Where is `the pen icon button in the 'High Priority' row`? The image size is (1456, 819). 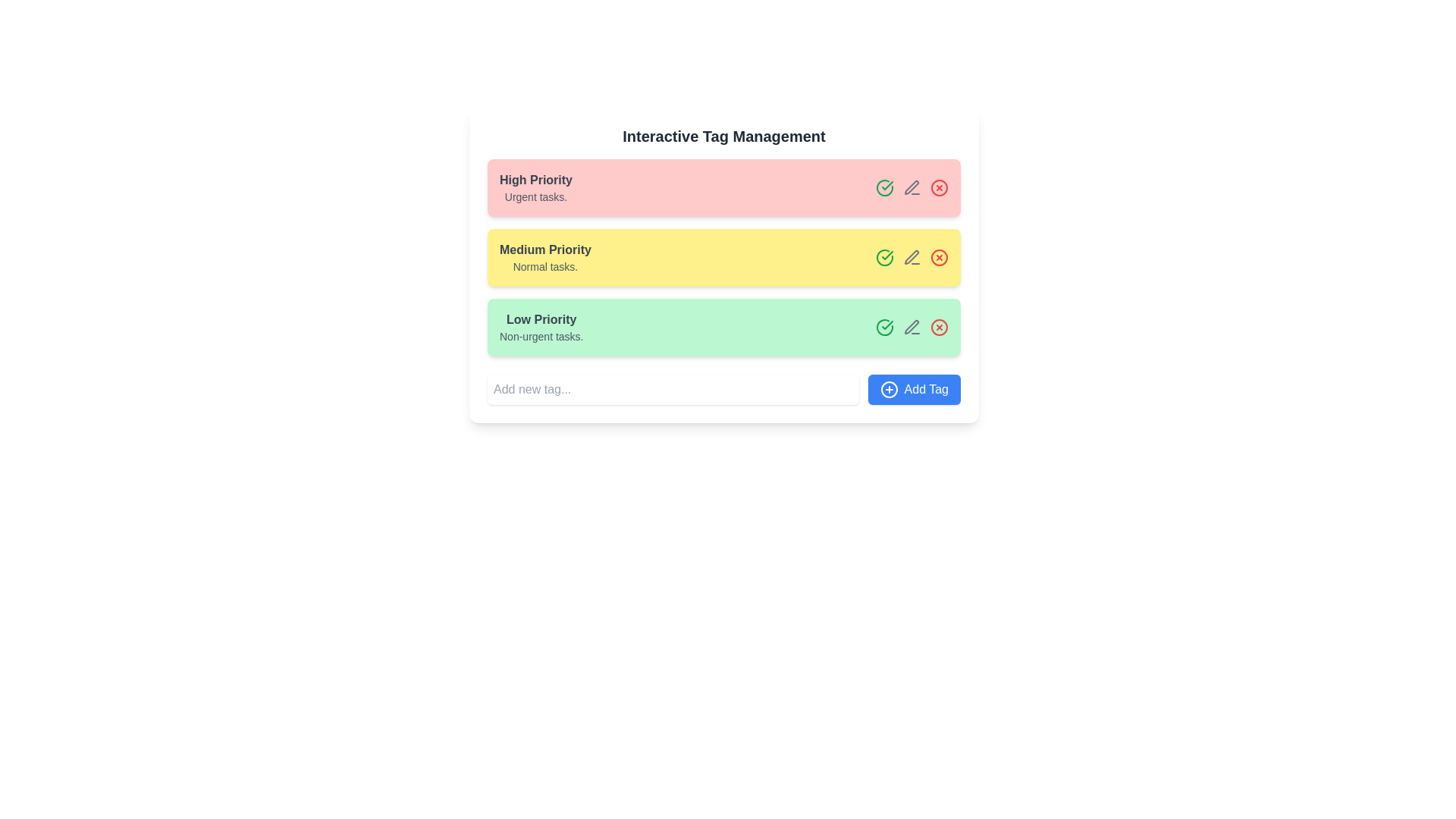
the pen icon button in the 'High Priority' row is located at coordinates (912, 187).